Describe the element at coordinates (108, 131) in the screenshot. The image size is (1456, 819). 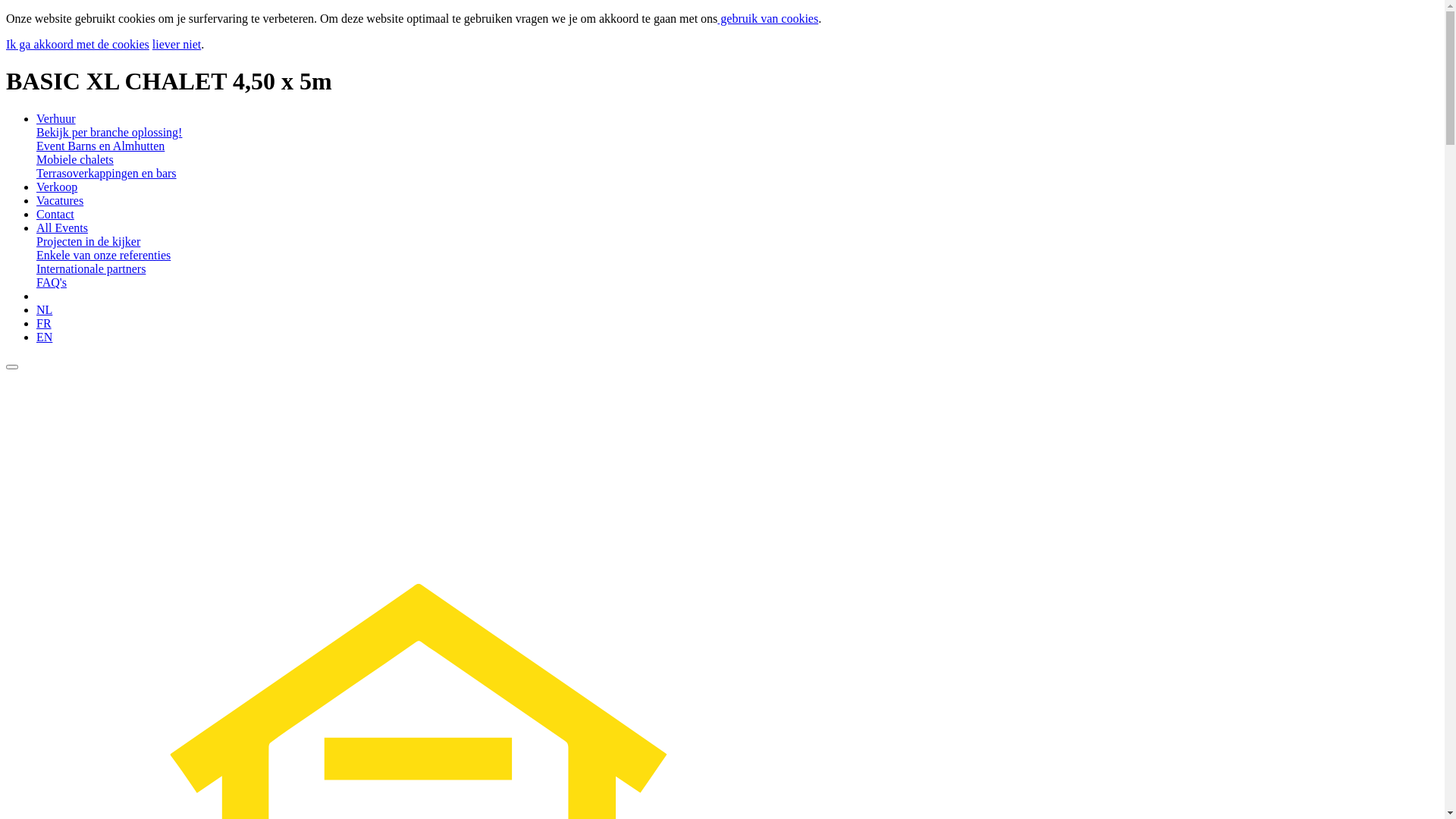
I see `'Bekijk per branche oplossing!'` at that location.